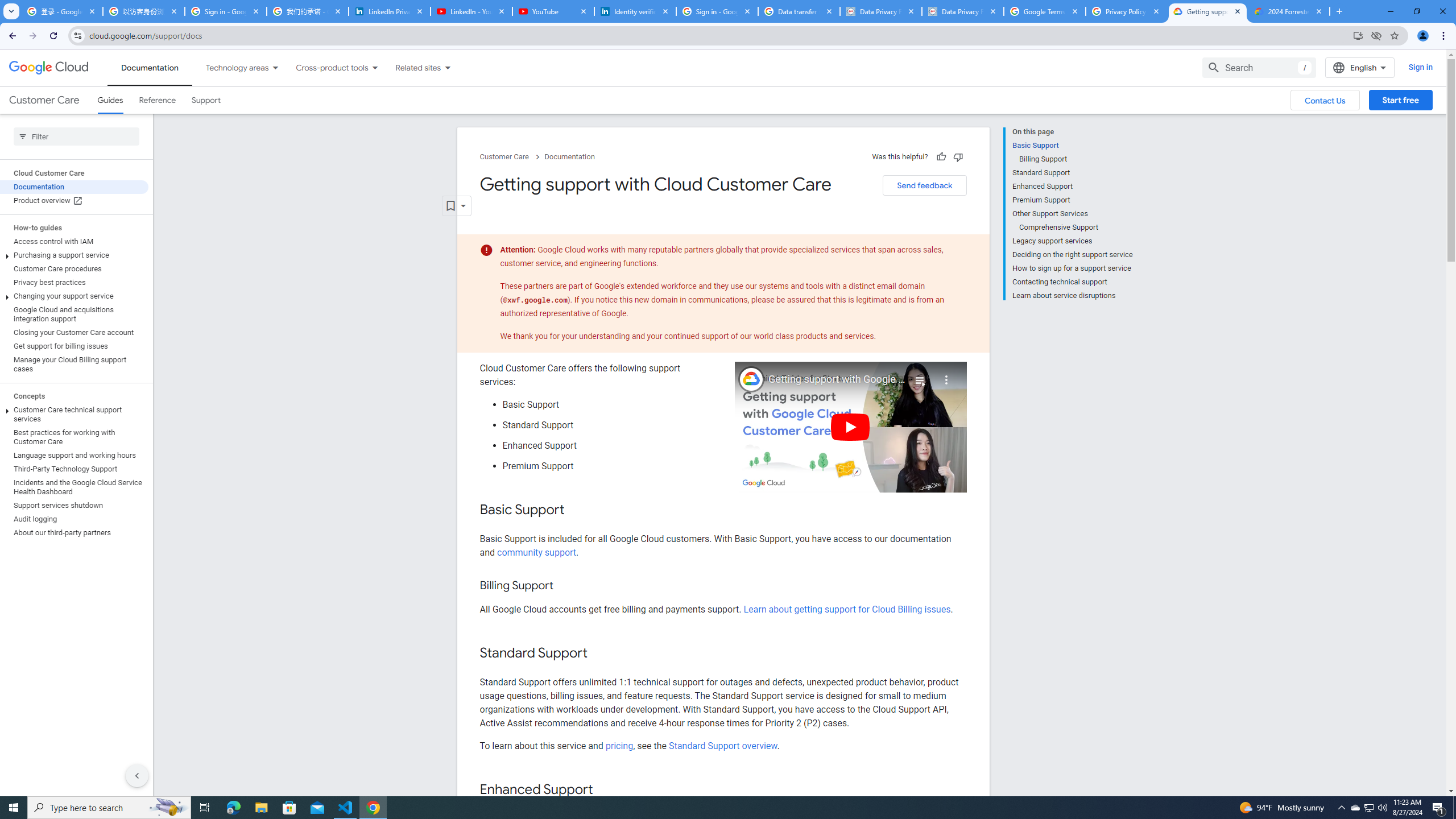 The height and width of the screenshot is (819, 1456). What do you see at coordinates (470, 11) in the screenshot?
I see `'LinkedIn - YouTube'` at bounding box center [470, 11].